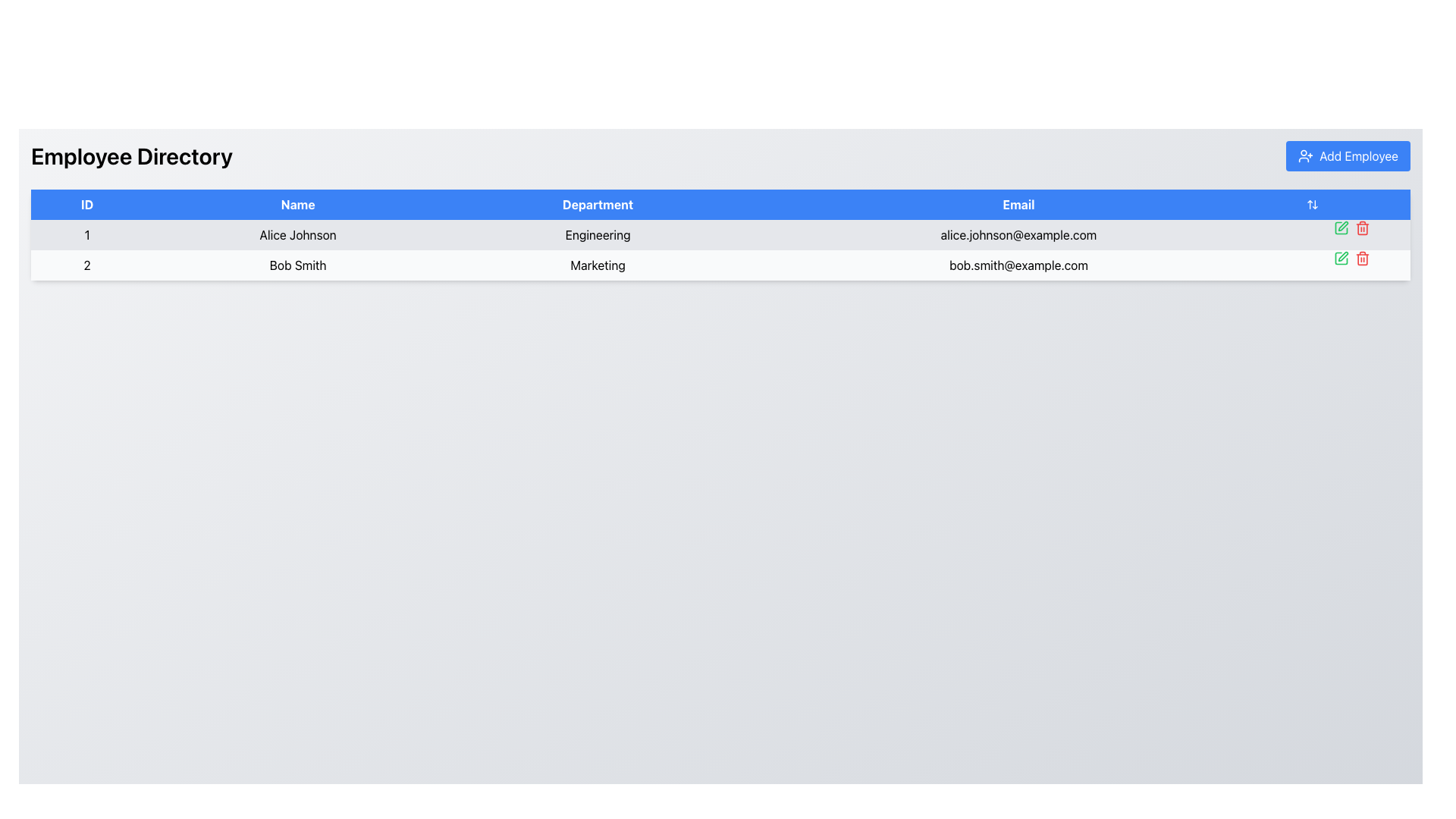 The width and height of the screenshot is (1456, 819). I want to click on the static text label displaying Alice Johnson's email address in the fourth column of the first row of the table, so click(1018, 234).